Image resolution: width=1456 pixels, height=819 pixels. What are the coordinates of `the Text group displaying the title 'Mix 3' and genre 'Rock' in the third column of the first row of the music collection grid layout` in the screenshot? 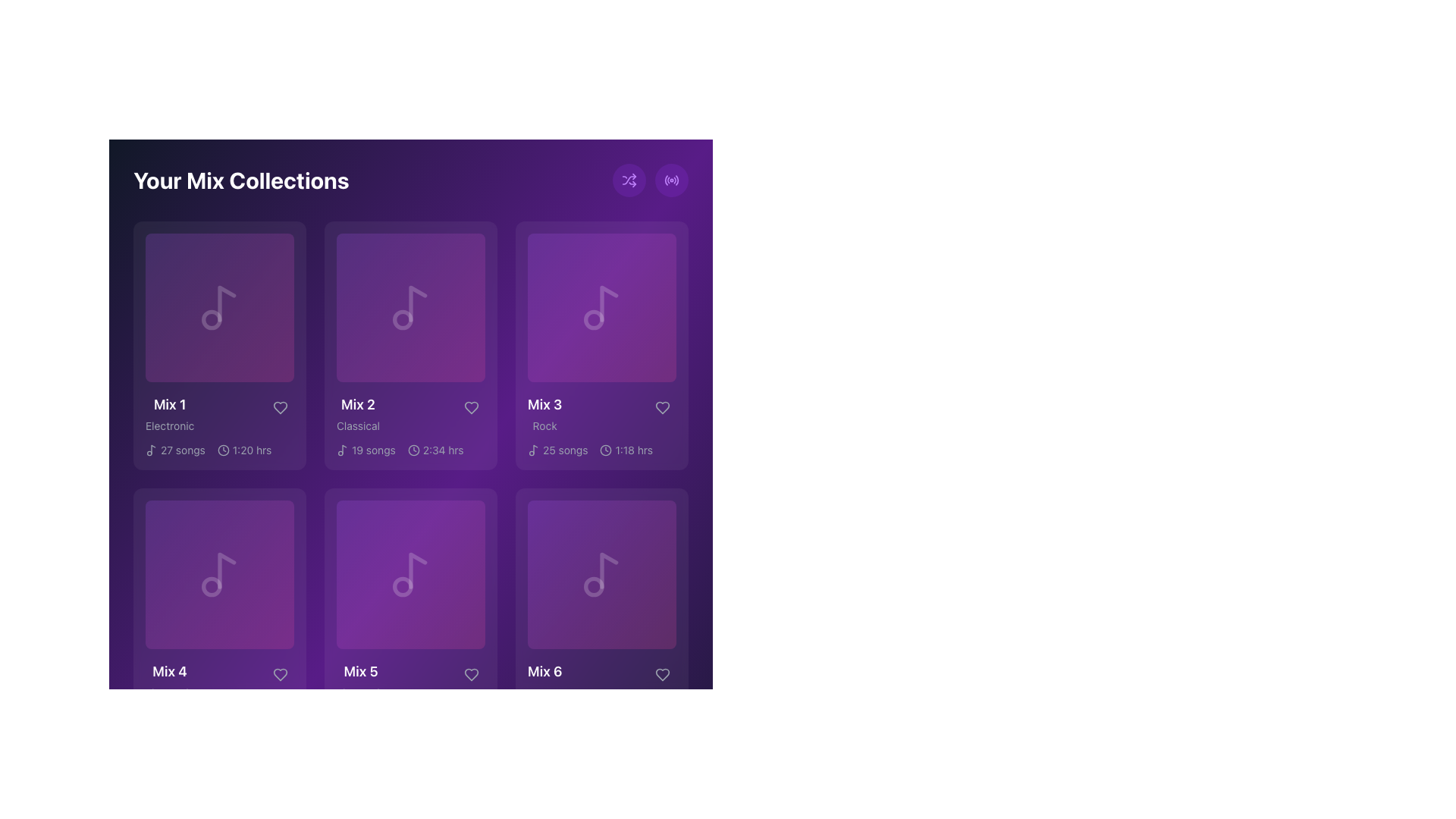 It's located at (544, 414).